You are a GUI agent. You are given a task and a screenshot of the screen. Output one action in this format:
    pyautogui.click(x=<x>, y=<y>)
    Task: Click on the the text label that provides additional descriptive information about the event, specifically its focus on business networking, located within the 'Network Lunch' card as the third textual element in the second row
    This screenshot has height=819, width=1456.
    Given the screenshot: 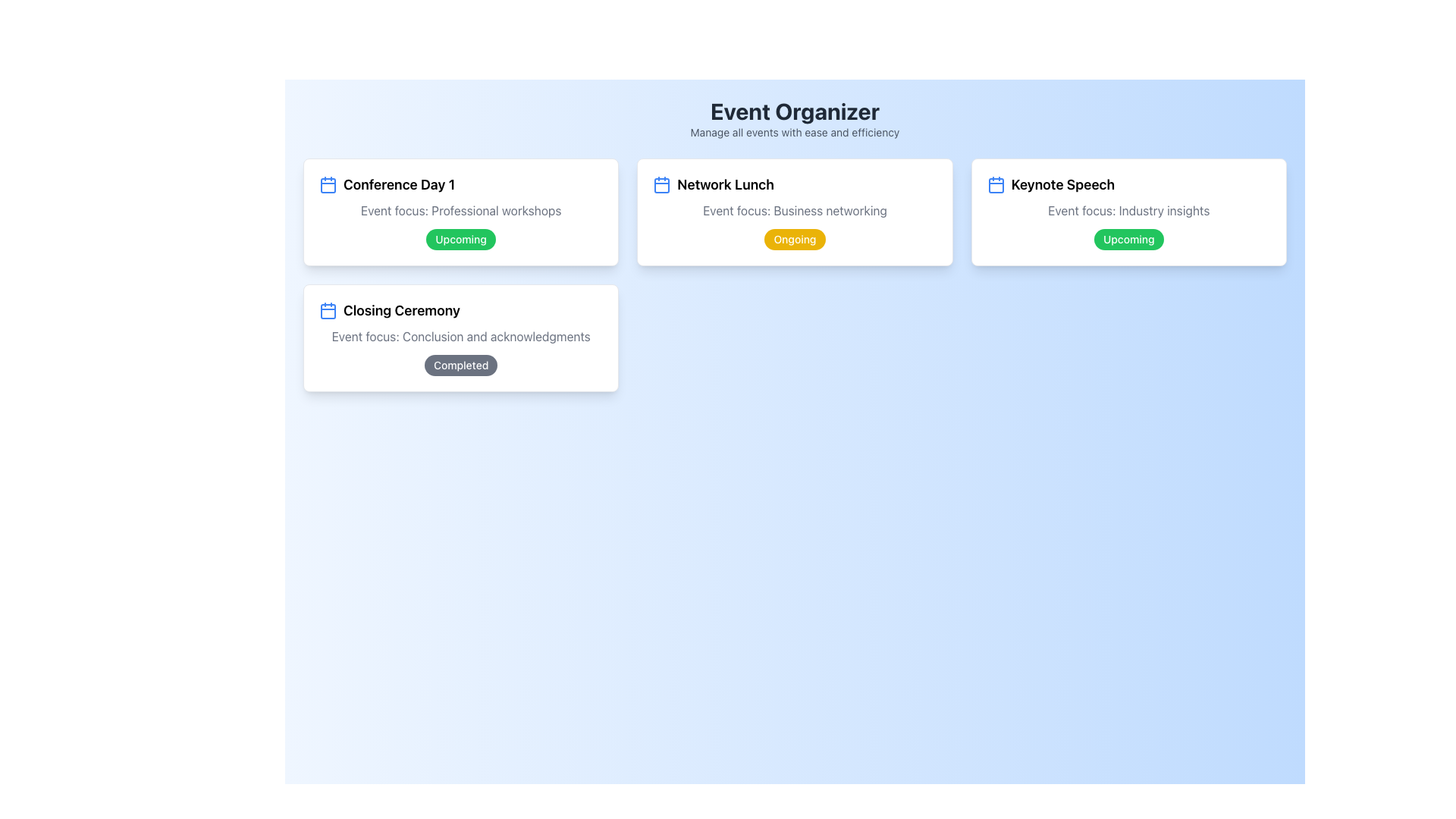 What is the action you would take?
    pyautogui.click(x=794, y=210)
    